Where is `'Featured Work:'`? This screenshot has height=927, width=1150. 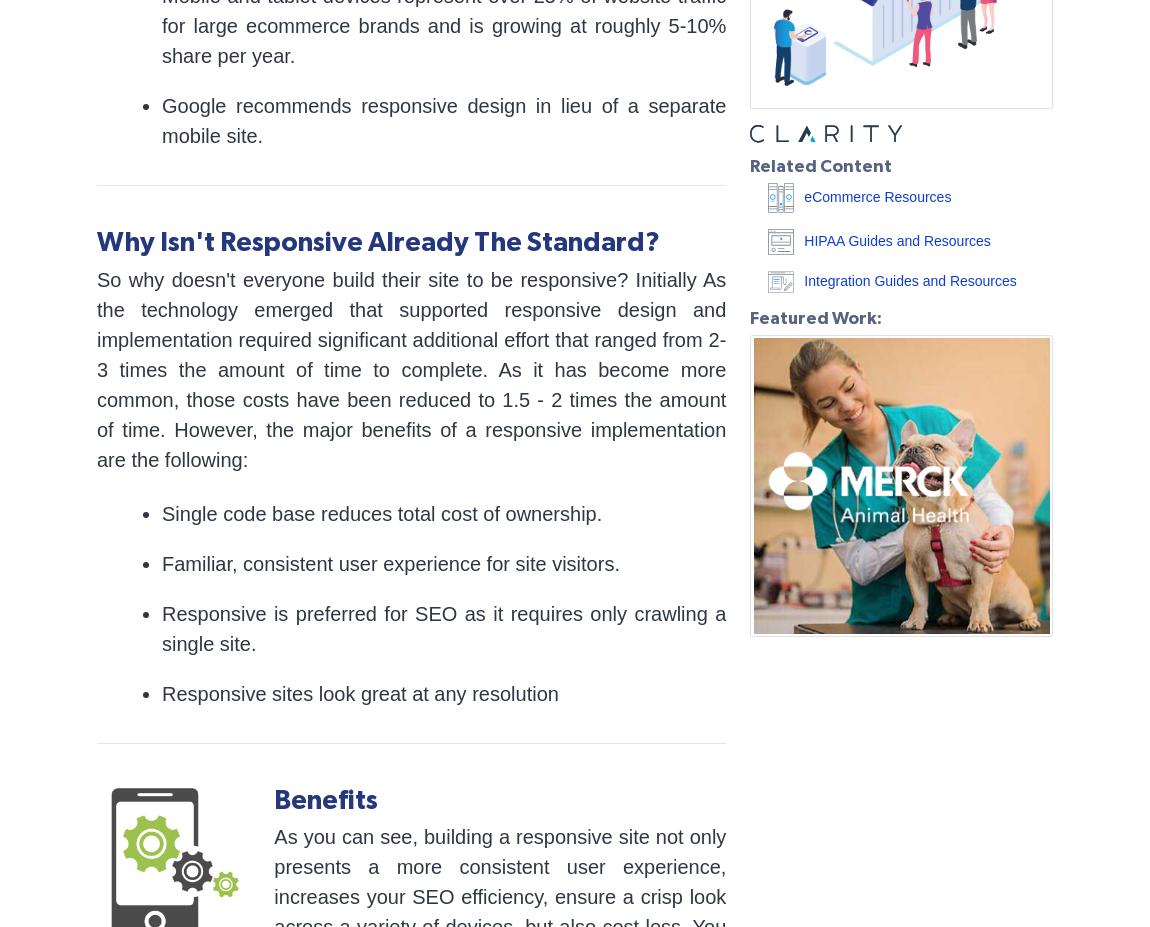
'Featured Work:' is located at coordinates (749, 316).